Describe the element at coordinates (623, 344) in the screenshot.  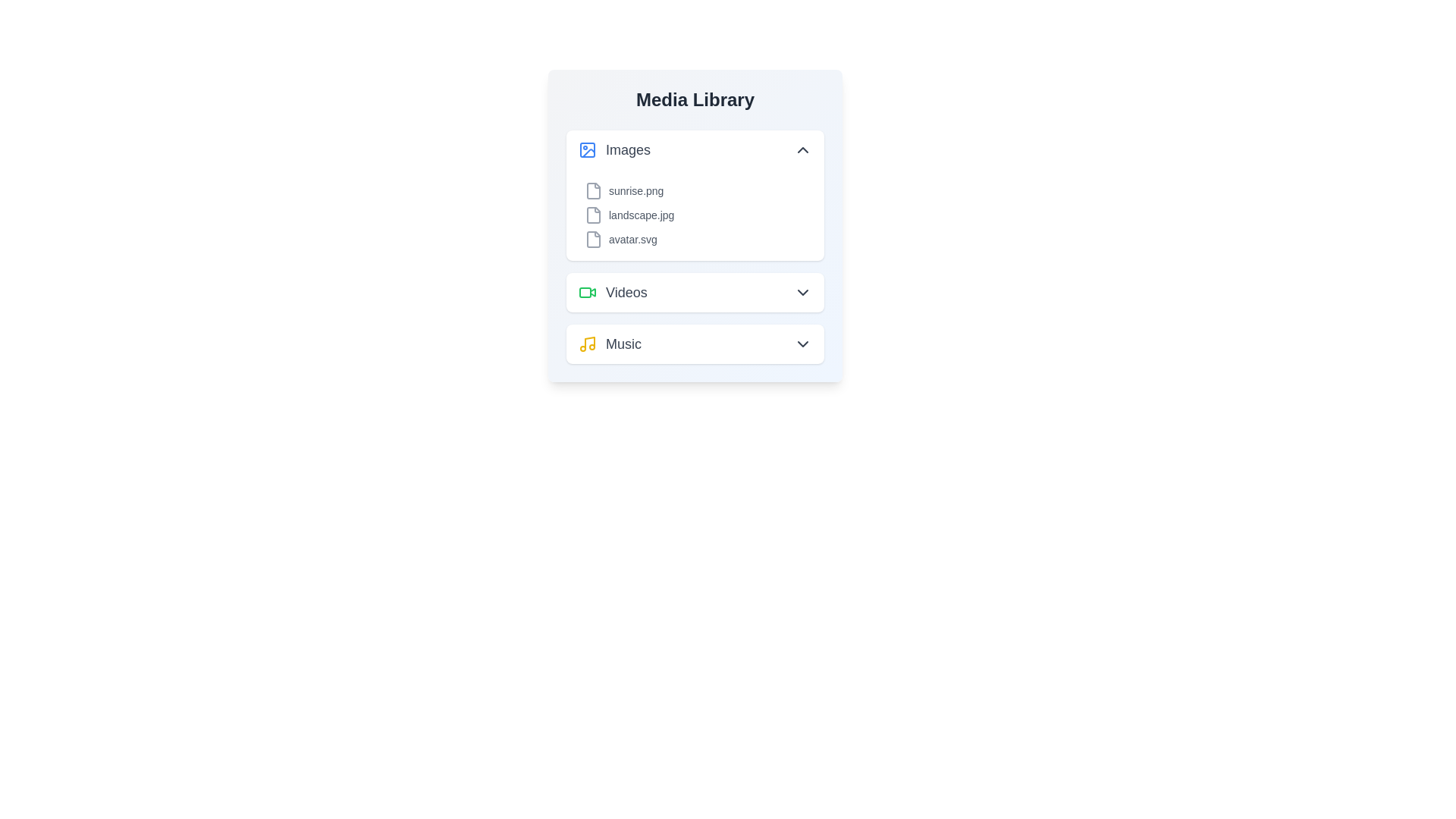
I see `the 'Music' static text label, which is styled with a medium font weight and large size, located next to a yellow music note icon` at that location.